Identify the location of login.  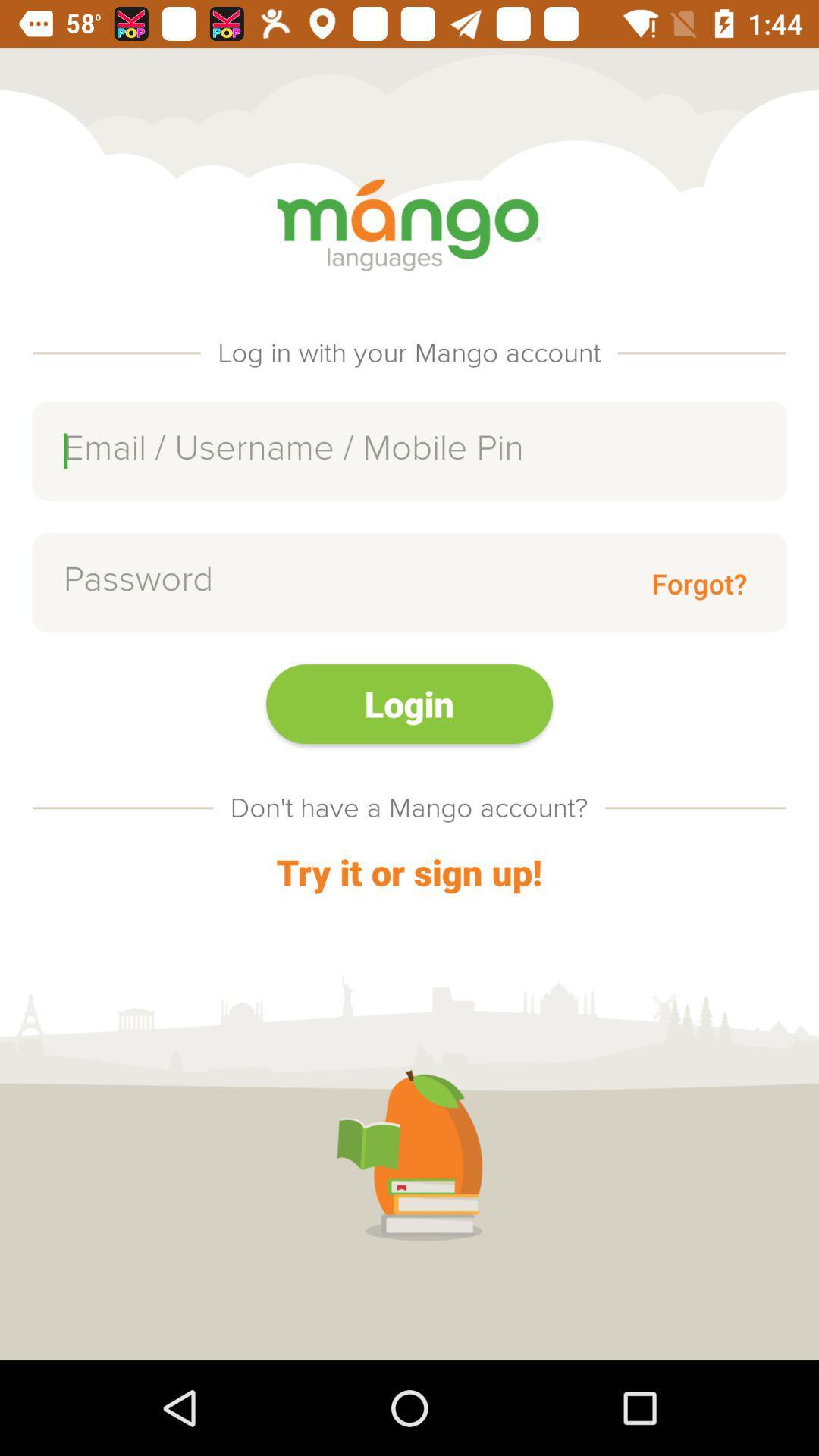
(409, 703).